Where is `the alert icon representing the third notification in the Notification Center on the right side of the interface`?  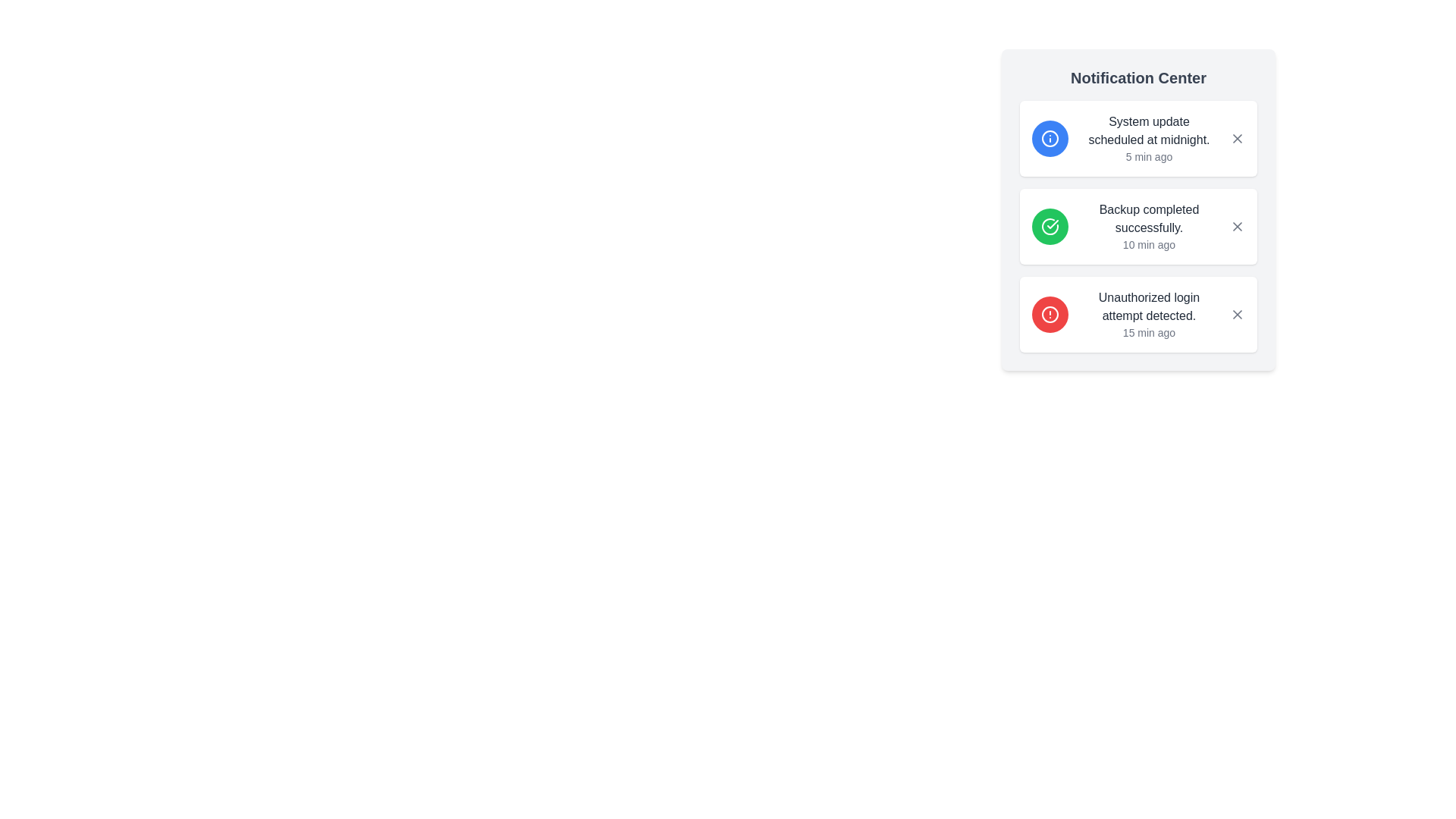
the alert icon representing the third notification in the Notification Center on the right side of the interface is located at coordinates (1050, 314).